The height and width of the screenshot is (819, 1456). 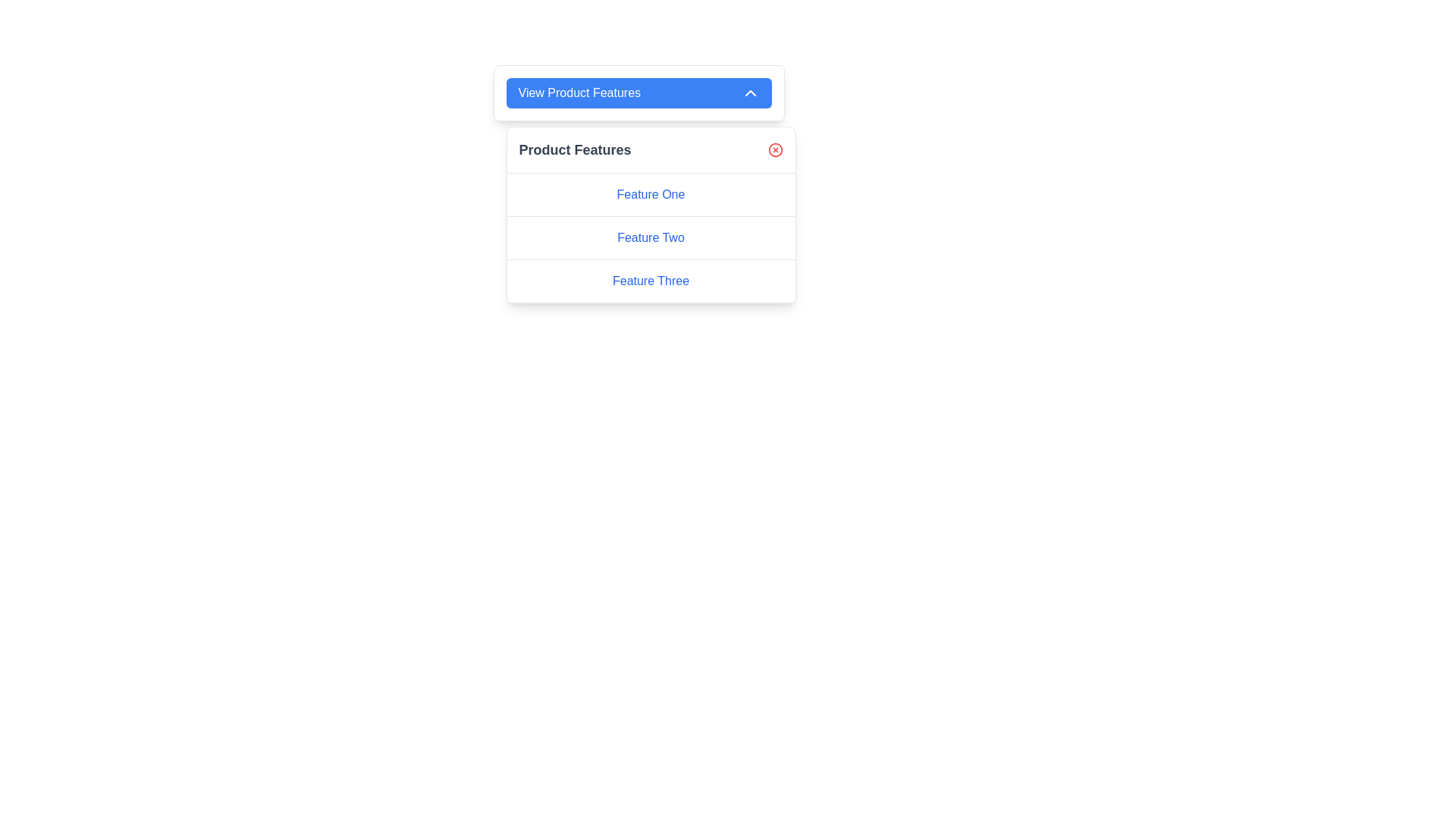 I want to click on the dropdown menu located just below the 'View Product Features' button, which displays a list of features related to the product, so click(x=651, y=215).